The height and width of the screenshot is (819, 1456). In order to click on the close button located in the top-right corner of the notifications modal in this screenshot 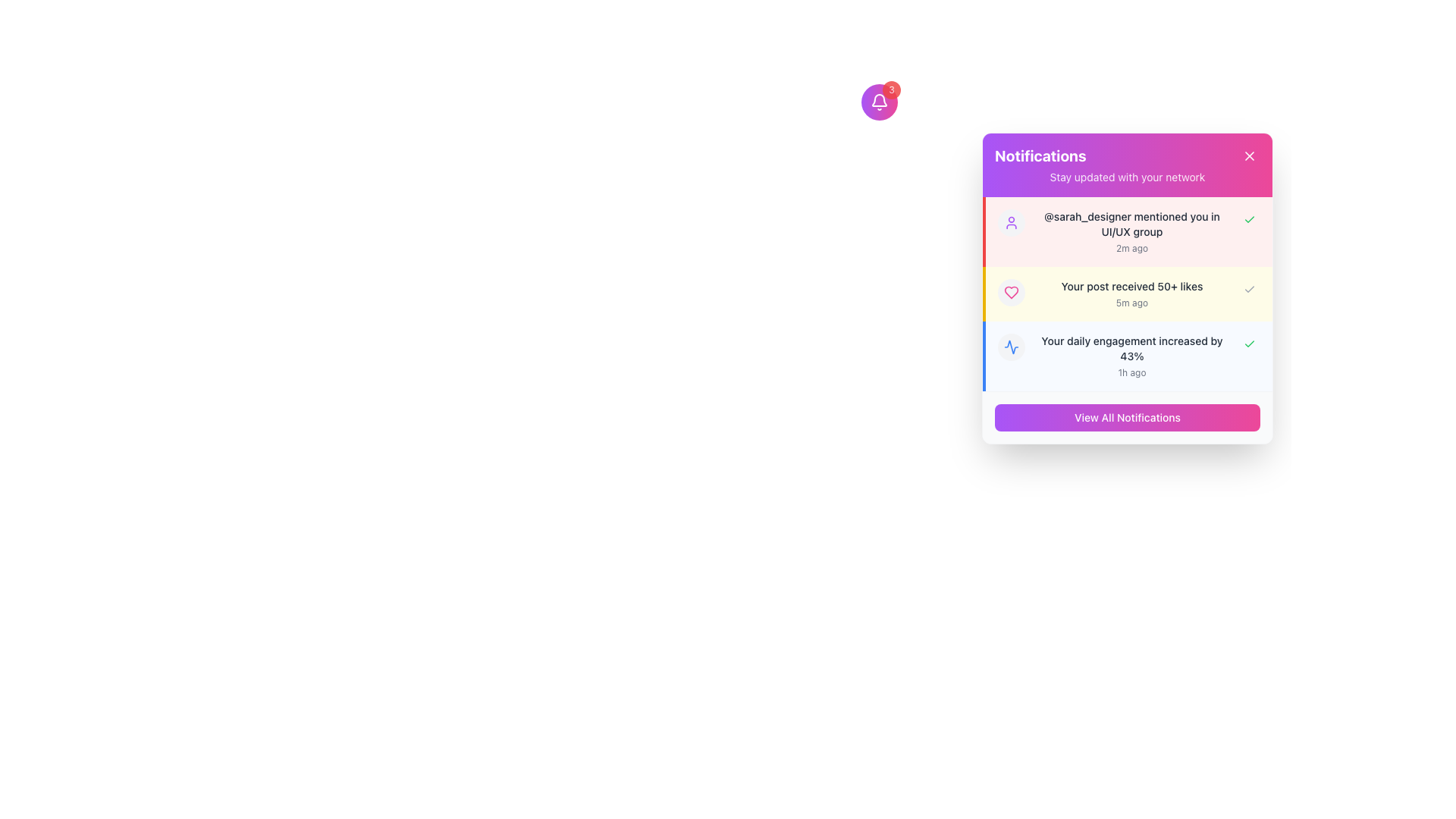, I will do `click(1249, 155)`.